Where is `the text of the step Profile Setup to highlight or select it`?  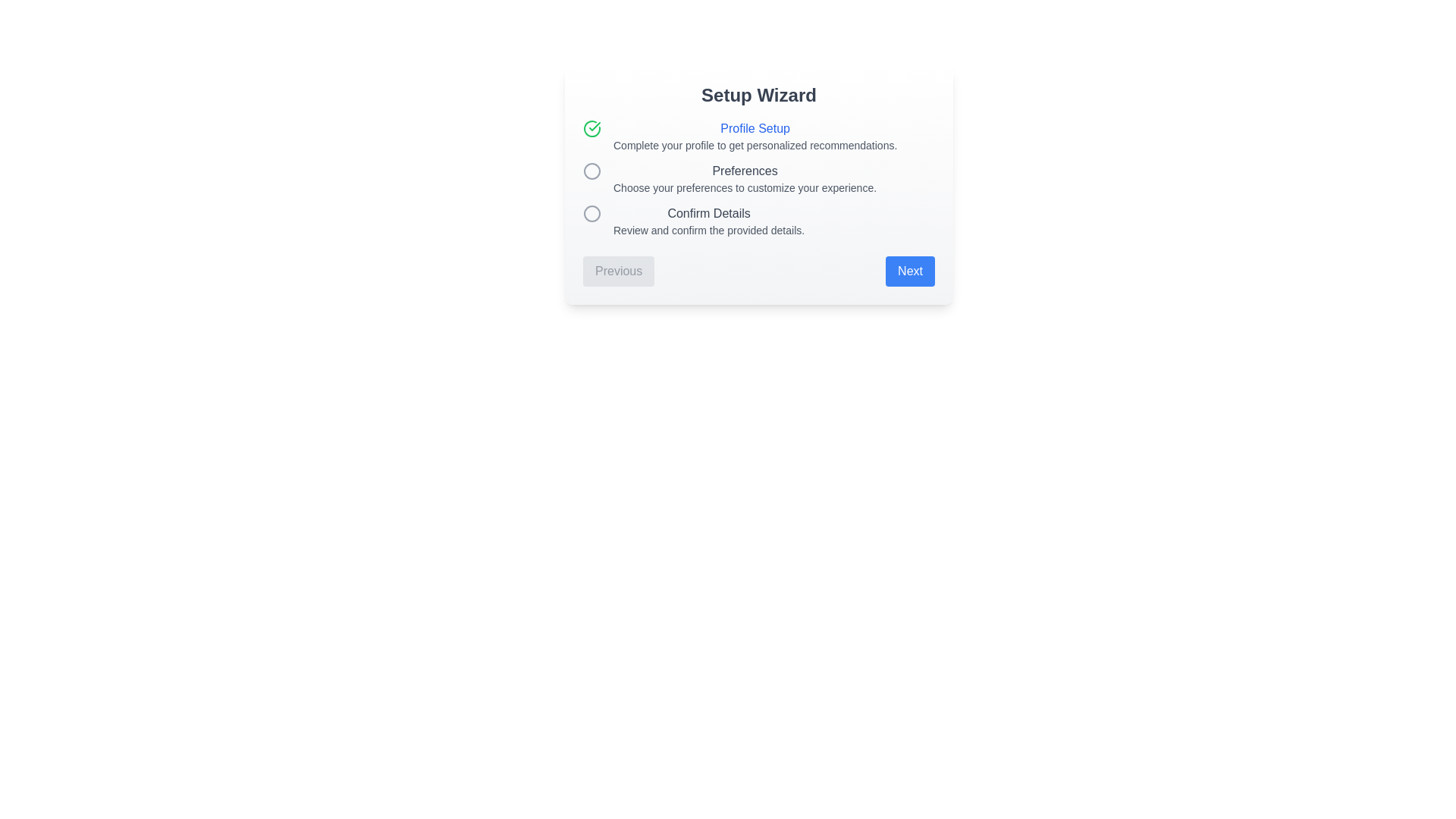 the text of the step Profile Setup to highlight or select it is located at coordinates (755, 127).